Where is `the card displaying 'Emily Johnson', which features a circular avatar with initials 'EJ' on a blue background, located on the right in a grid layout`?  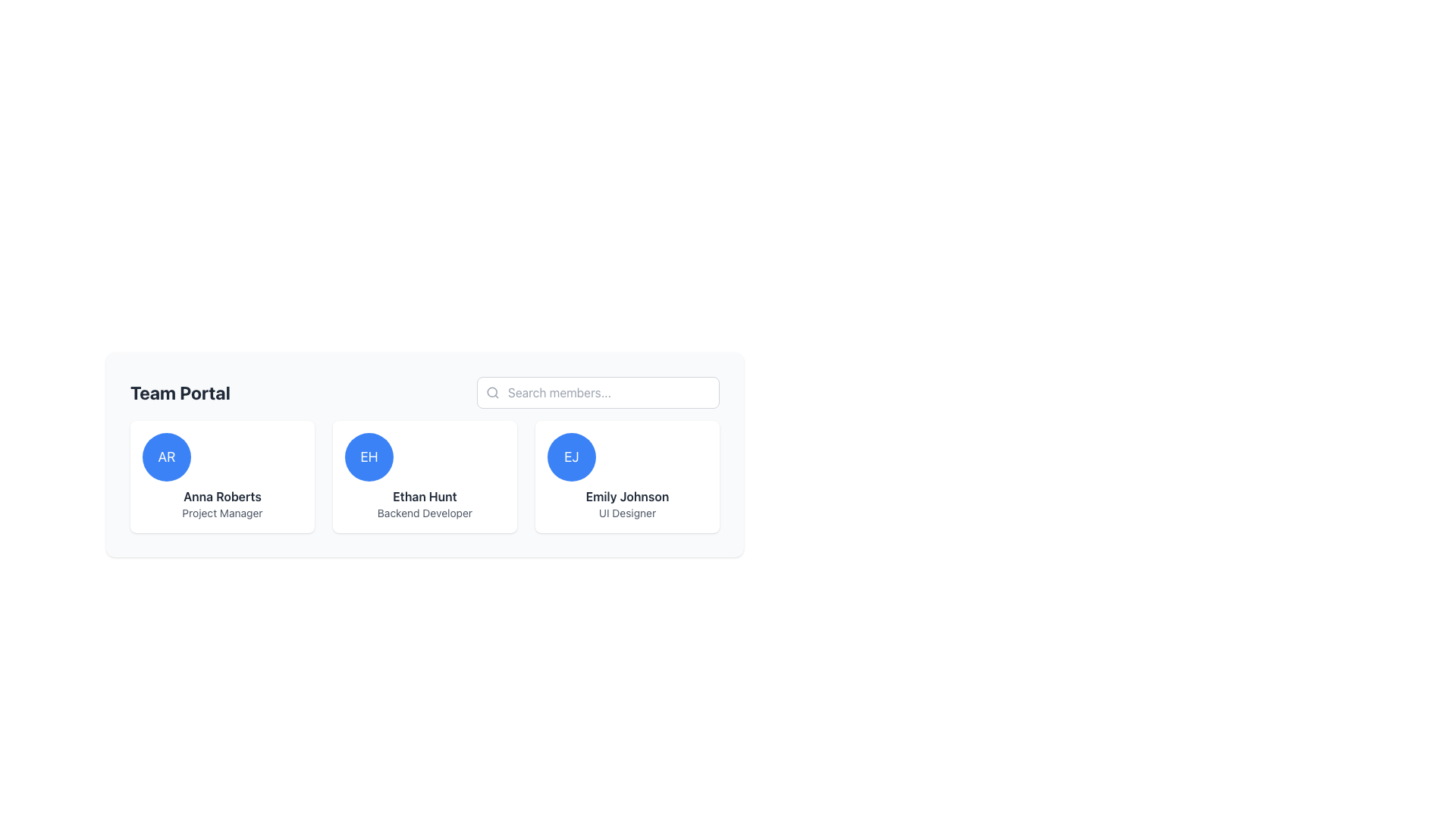
the card displaying 'Emily Johnson', which features a circular avatar with initials 'EJ' on a blue background, located on the right in a grid layout is located at coordinates (627, 475).